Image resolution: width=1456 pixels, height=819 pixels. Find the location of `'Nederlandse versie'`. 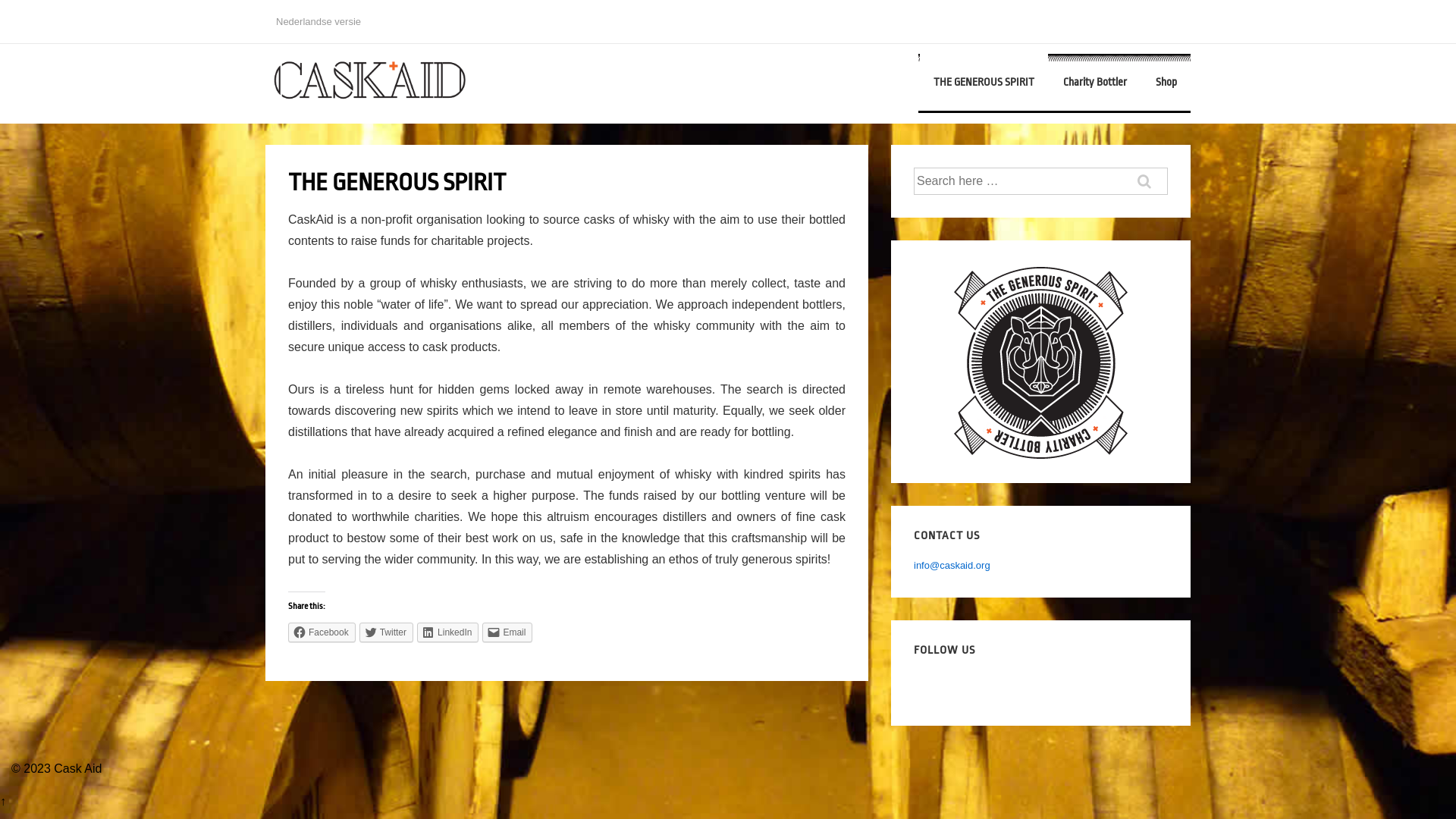

'Nederlandse versie' is located at coordinates (318, 21).